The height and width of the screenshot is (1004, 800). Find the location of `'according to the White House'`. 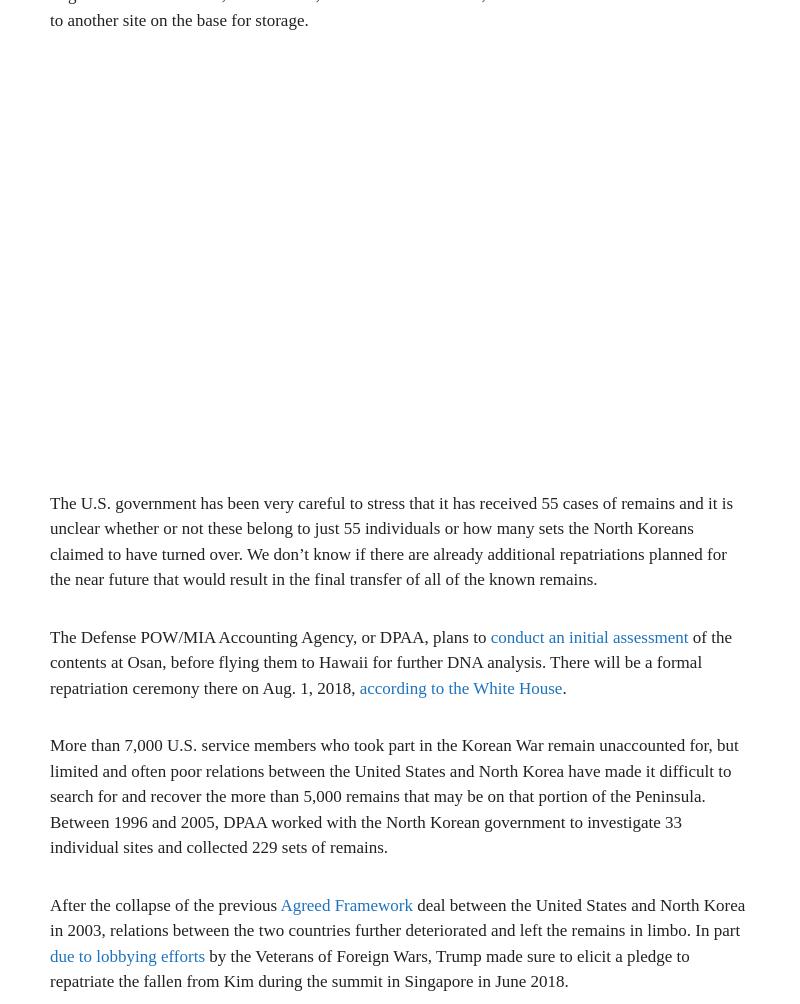

'according to the White House' is located at coordinates (459, 686).